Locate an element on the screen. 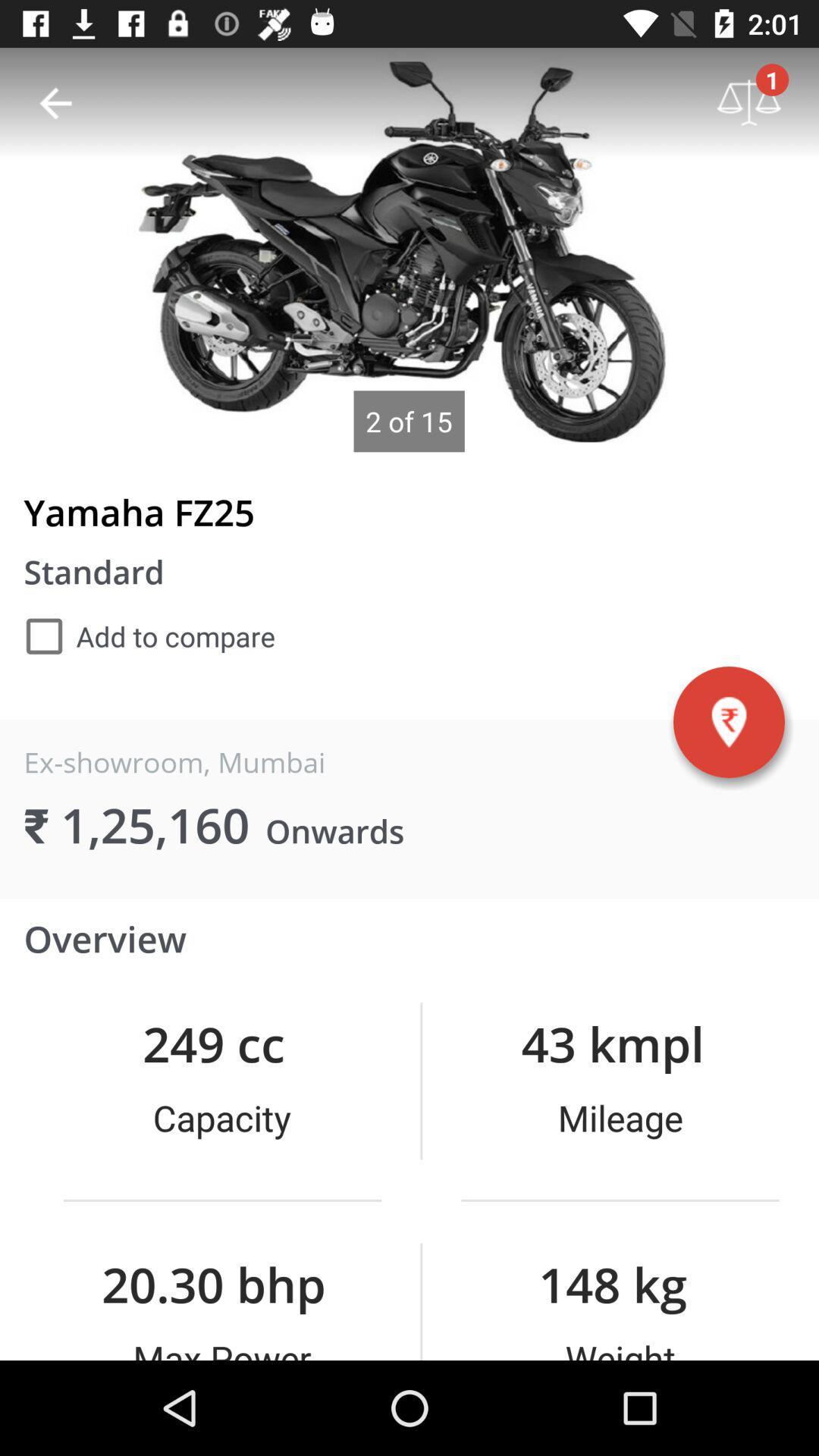 The width and height of the screenshot is (819, 1456). the item below yamaha fz25 is located at coordinates (728, 721).